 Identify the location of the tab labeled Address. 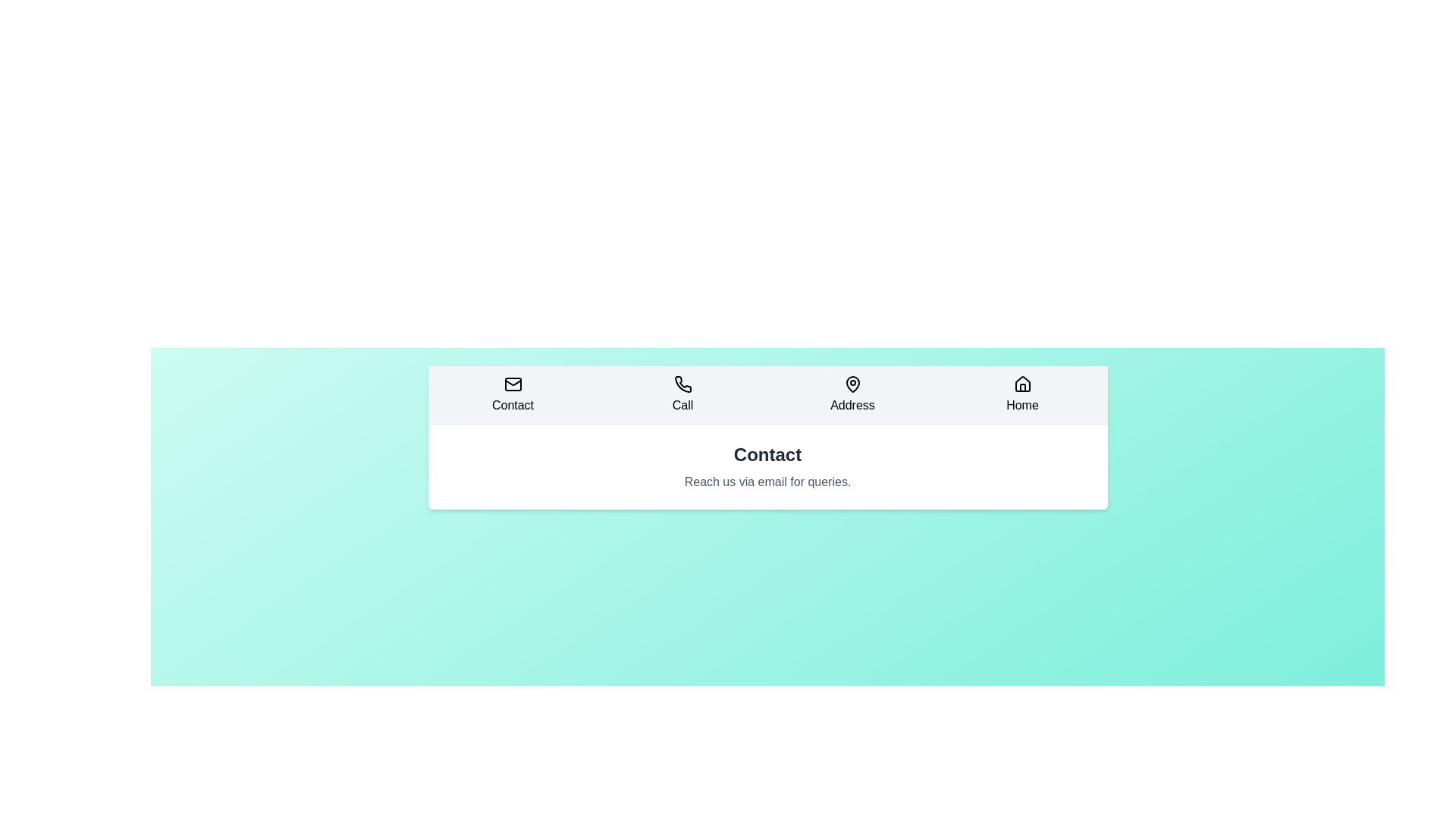
(852, 394).